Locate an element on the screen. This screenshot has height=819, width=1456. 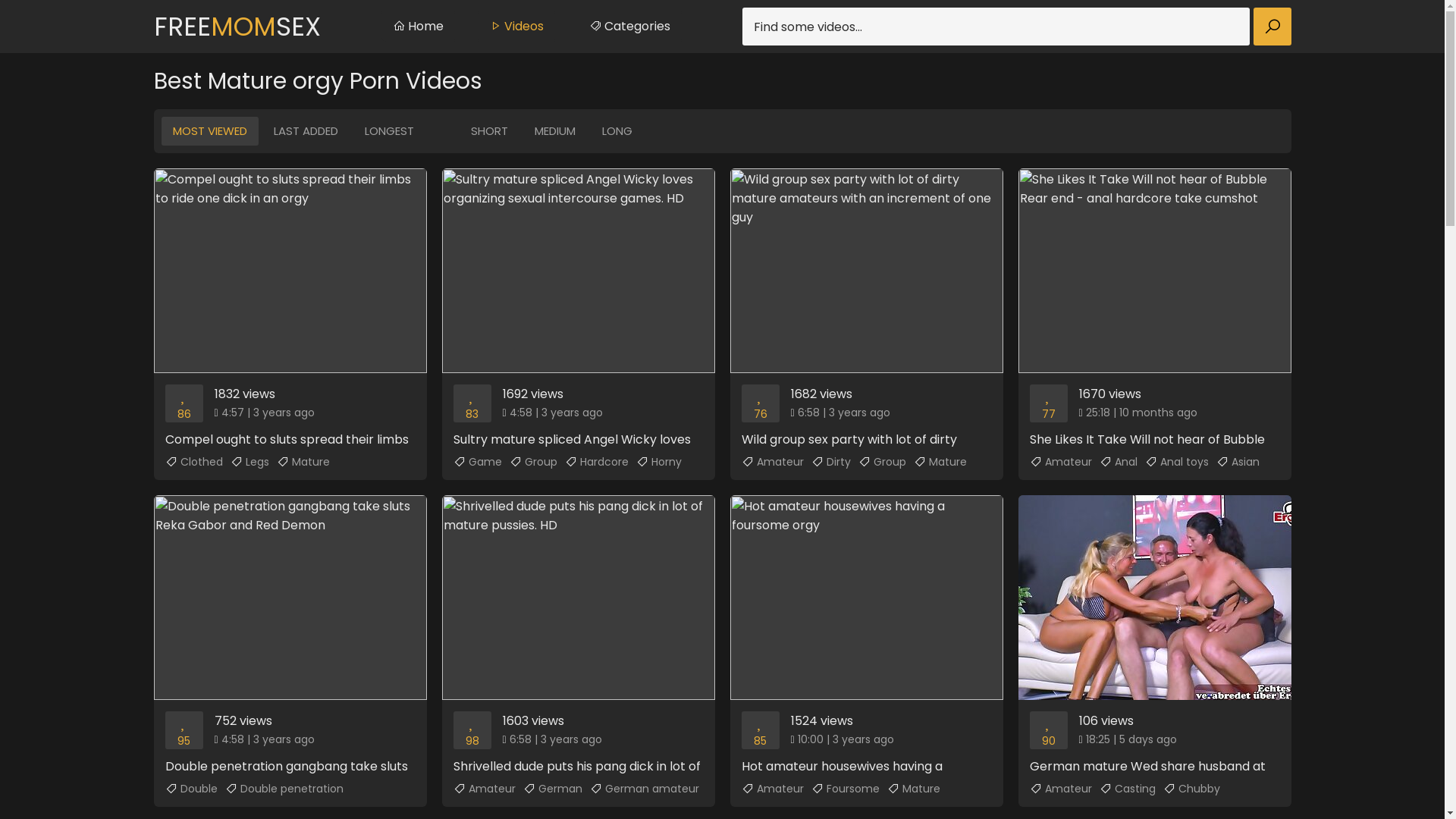
'Anal toys' is located at coordinates (1175, 461).